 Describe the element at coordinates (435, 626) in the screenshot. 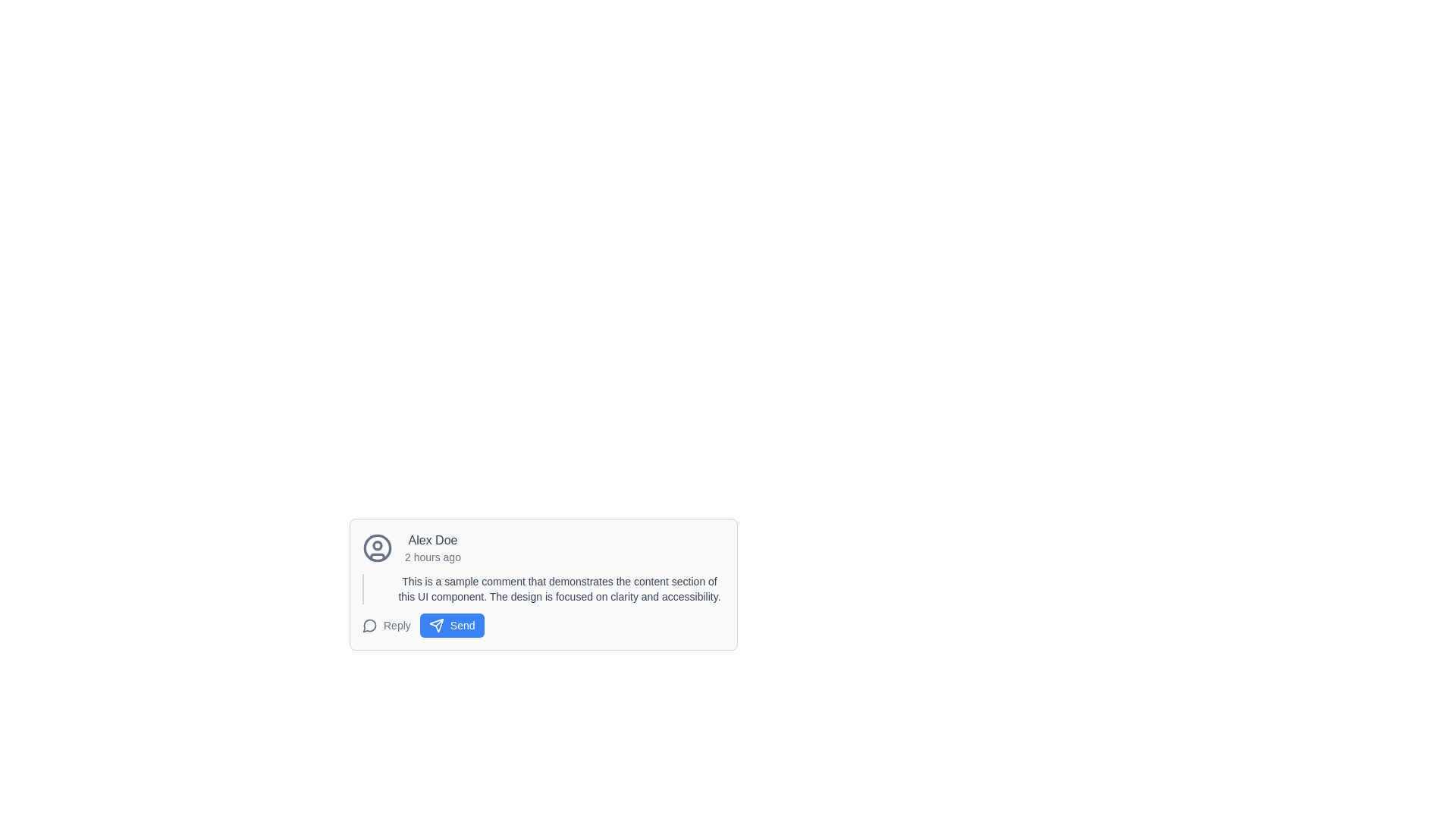

I see `the small arrow-like icon resembling a paper airplane, which represents the 'Send' action, located within the 'Send' button at the bottom right corner of the comment component` at that location.